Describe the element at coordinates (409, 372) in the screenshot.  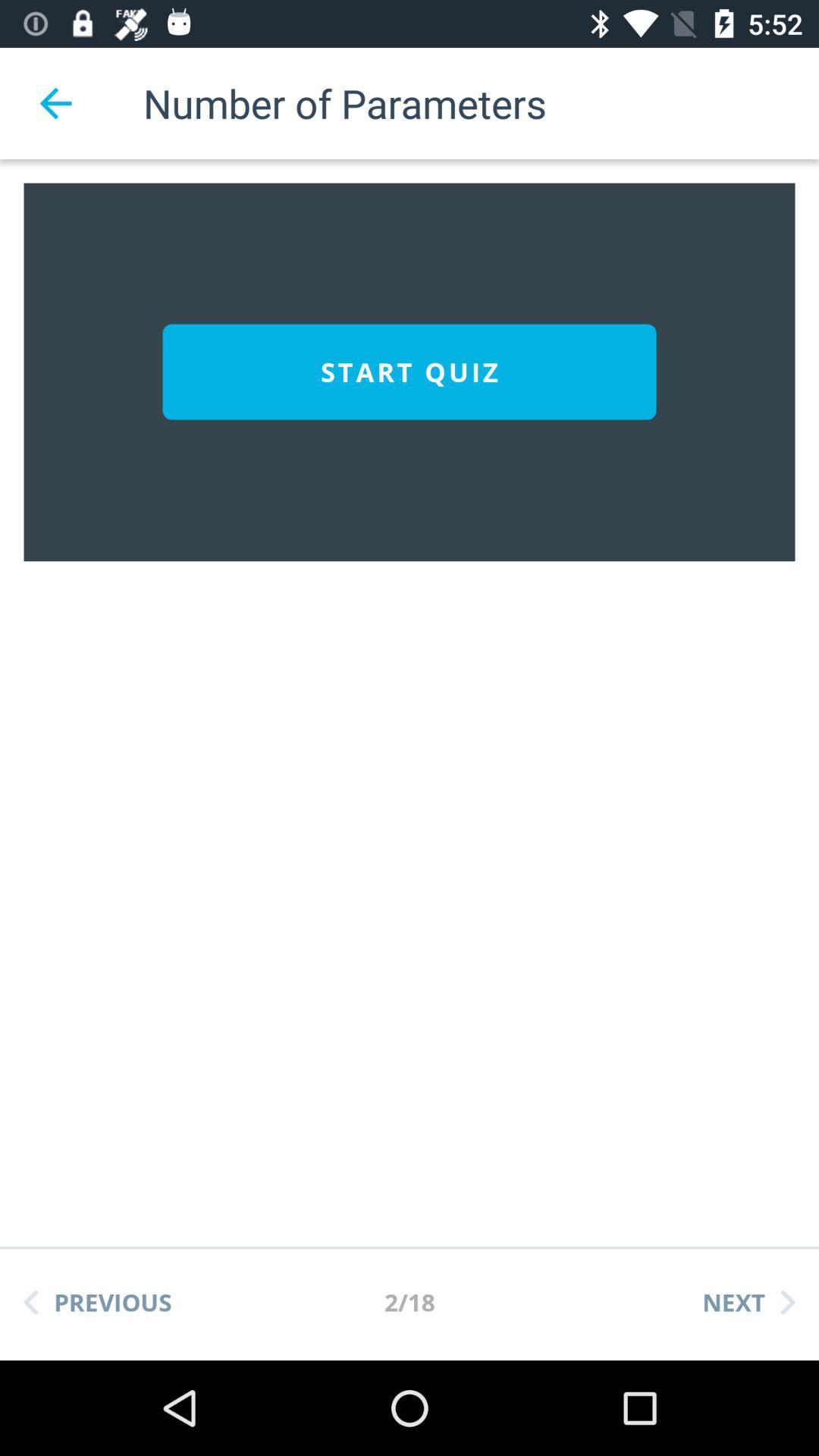
I see `start quiz item` at that location.